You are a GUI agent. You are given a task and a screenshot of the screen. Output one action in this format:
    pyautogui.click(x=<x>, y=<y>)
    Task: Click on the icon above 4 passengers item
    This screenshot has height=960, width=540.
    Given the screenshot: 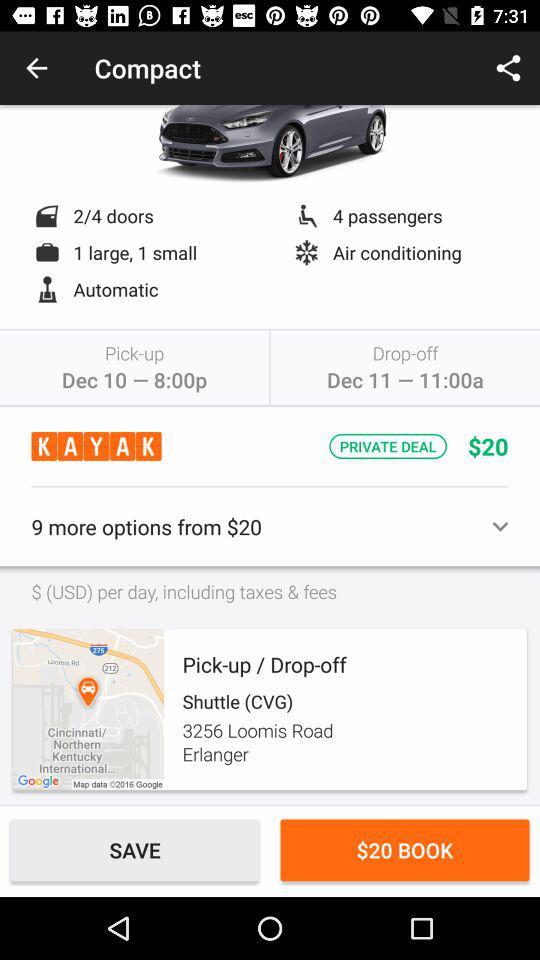 What is the action you would take?
    pyautogui.click(x=508, y=68)
    